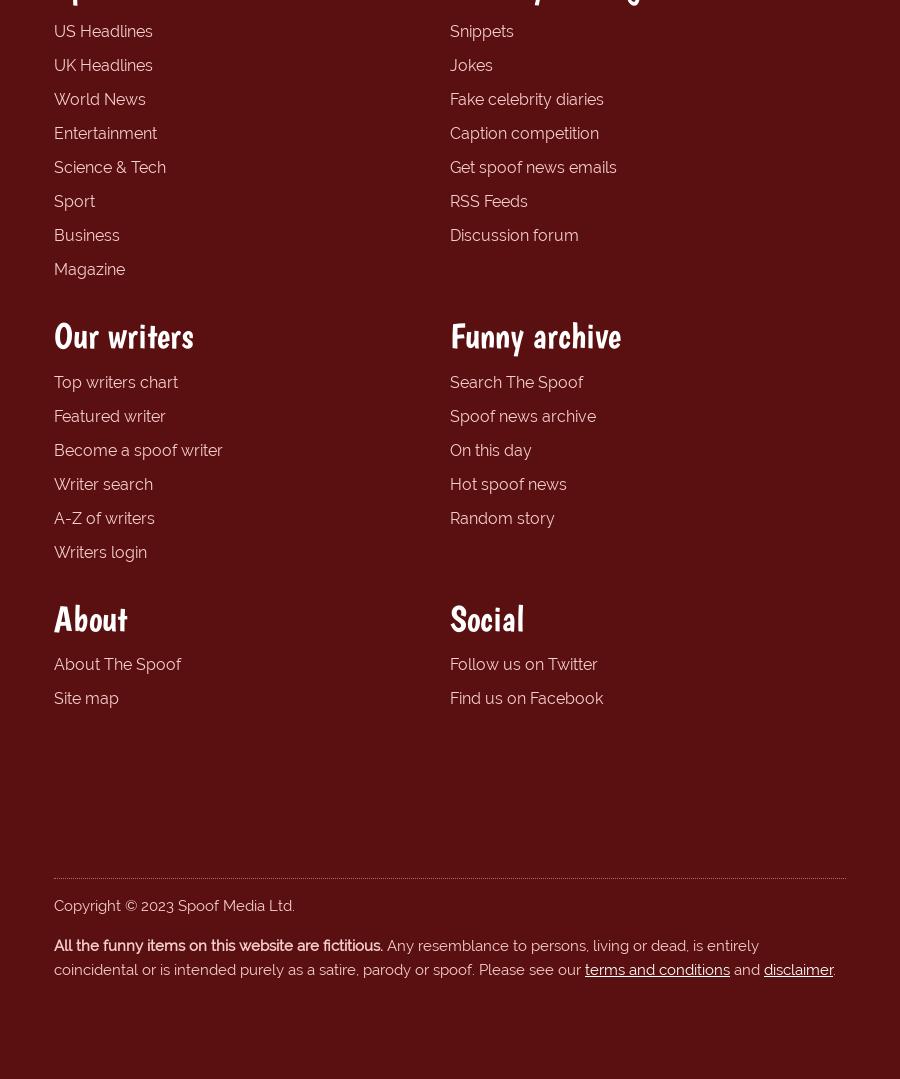 This screenshot has height=1079, width=900. What do you see at coordinates (53, 380) in the screenshot?
I see `'Top writers chart'` at bounding box center [53, 380].